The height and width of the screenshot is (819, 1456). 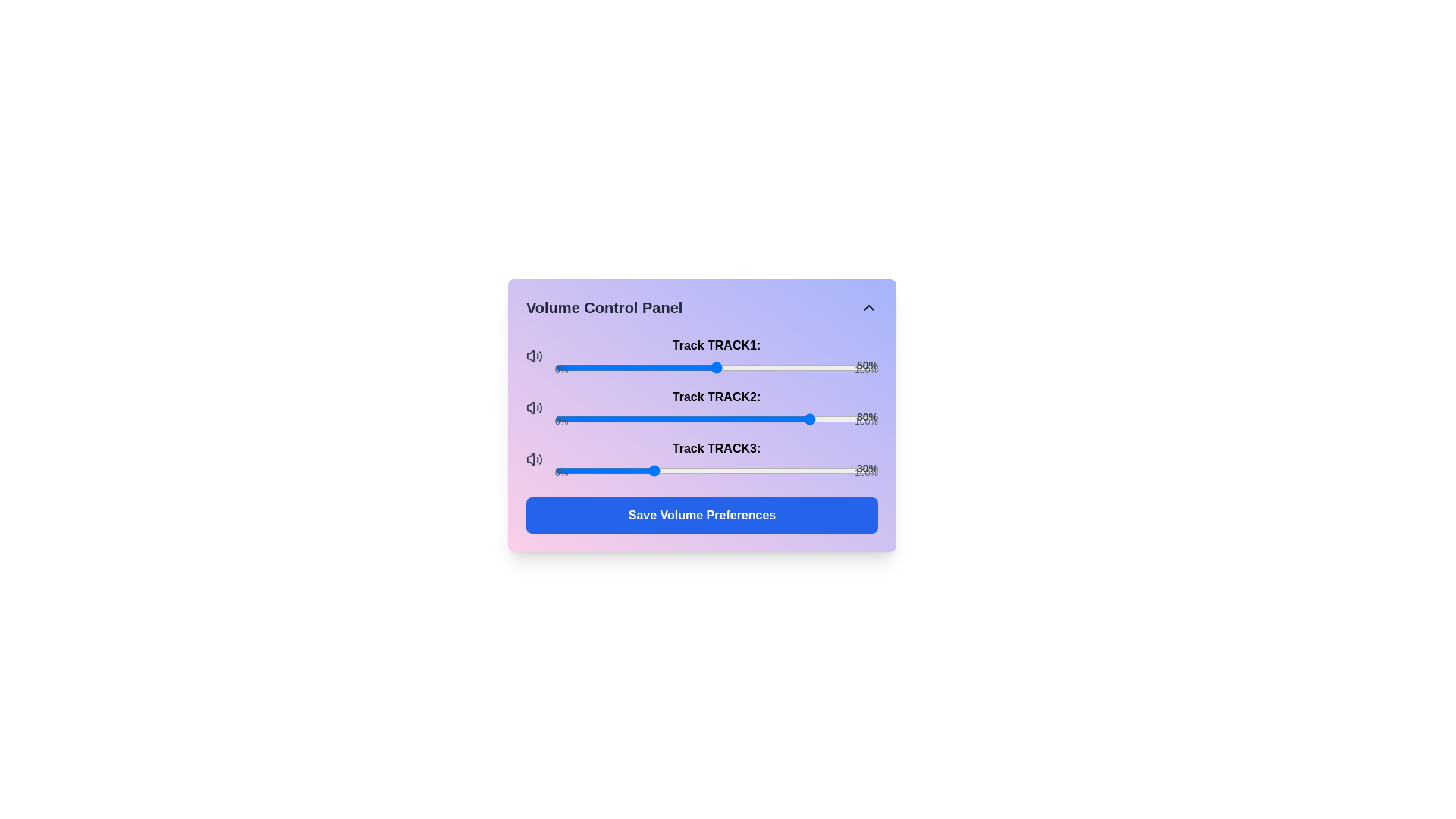 What do you see at coordinates (535, 406) in the screenshot?
I see `the speaker icon located next to the text 'Track TRACK2:' in the volume control panel` at bounding box center [535, 406].